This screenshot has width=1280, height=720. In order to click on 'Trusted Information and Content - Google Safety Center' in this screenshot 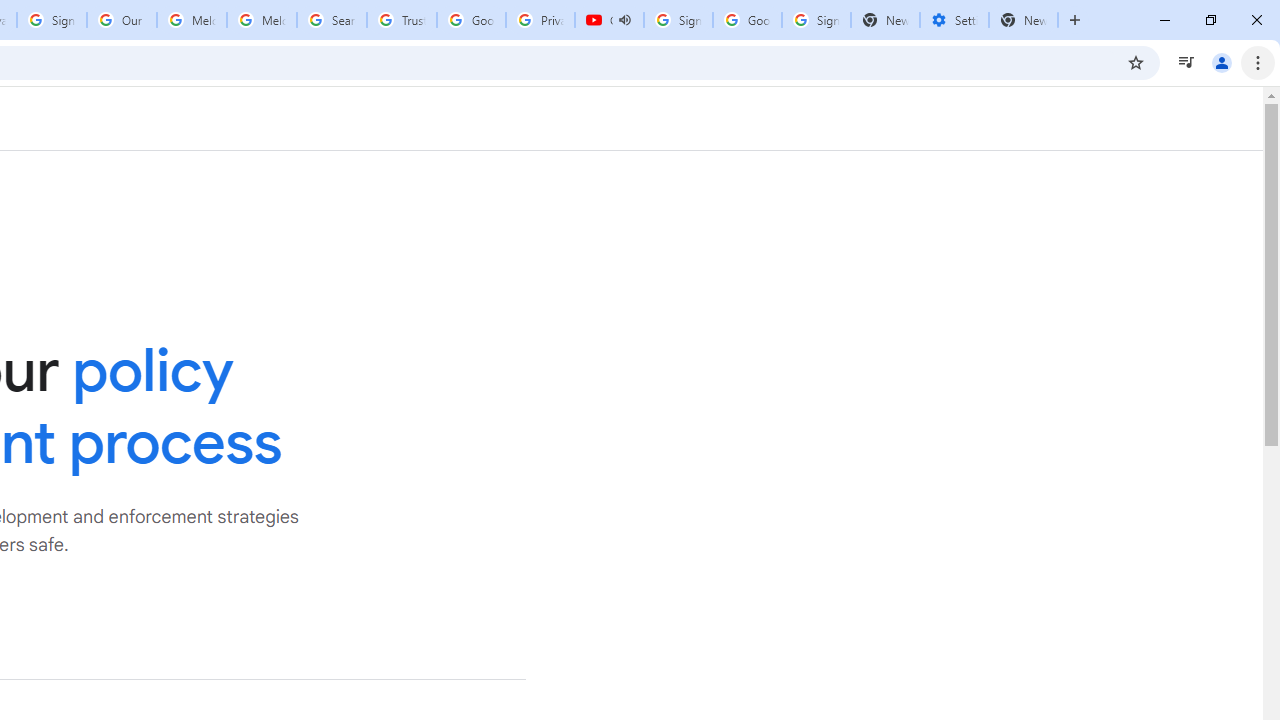, I will do `click(400, 20)`.